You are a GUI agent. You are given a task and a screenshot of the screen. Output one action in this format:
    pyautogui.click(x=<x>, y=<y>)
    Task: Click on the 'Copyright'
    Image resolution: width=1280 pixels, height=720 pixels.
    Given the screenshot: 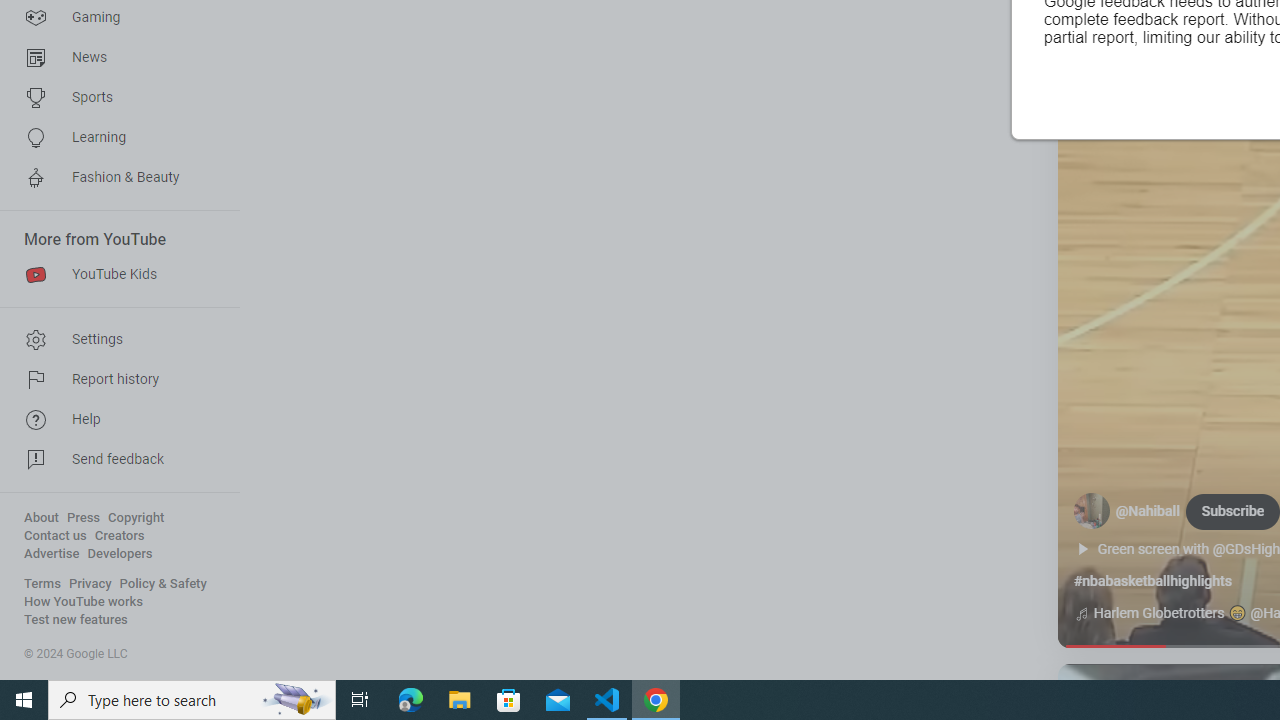 What is the action you would take?
    pyautogui.click(x=135, y=517)
    